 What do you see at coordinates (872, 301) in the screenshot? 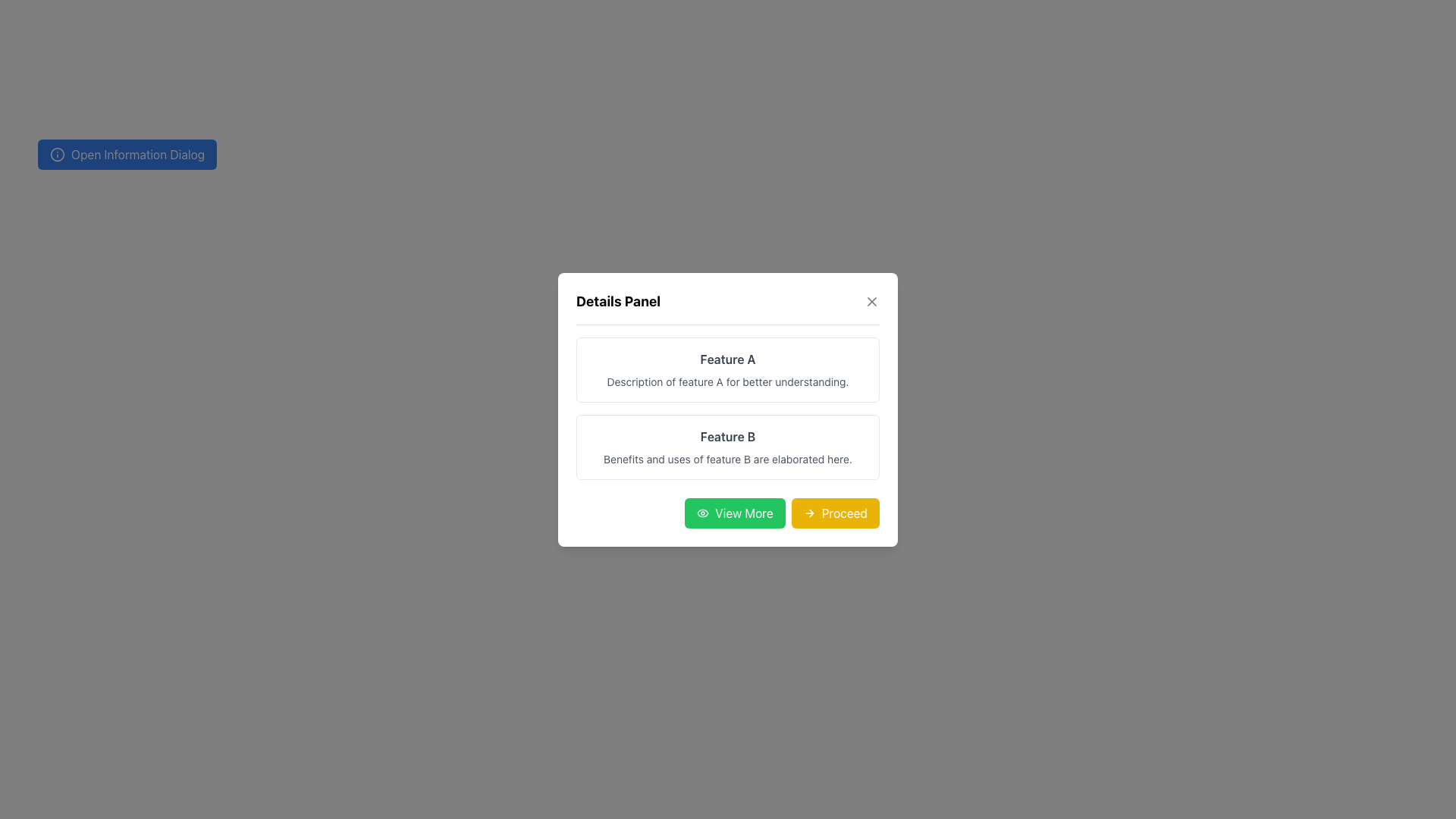
I see `the 'X' icon located in the upper-right corner of the 'Details Panel' modal` at bounding box center [872, 301].